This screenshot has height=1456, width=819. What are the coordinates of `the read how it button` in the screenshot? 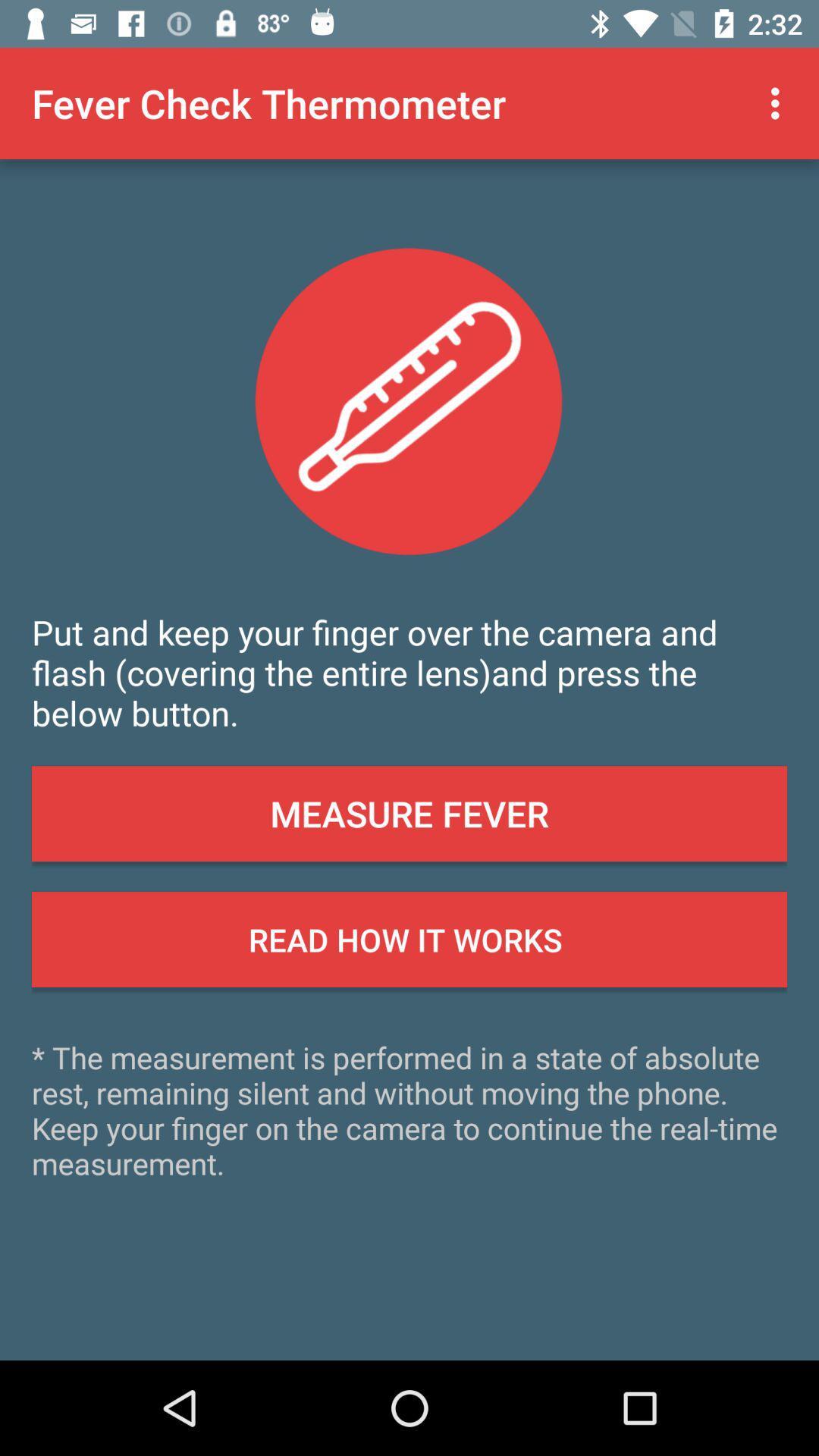 It's located at (409, 938).